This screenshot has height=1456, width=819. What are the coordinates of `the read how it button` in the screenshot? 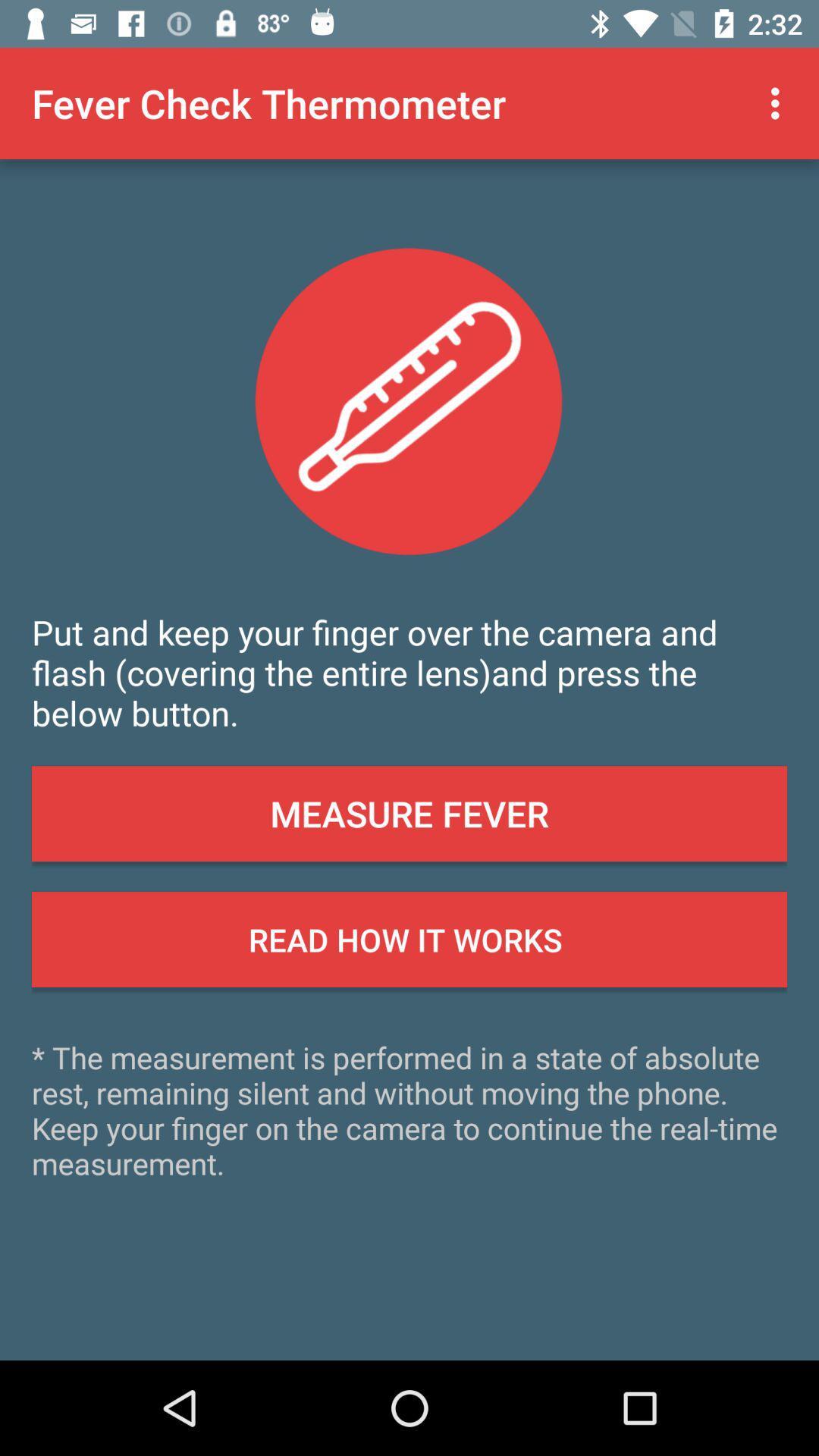 It's located at (409, 938).